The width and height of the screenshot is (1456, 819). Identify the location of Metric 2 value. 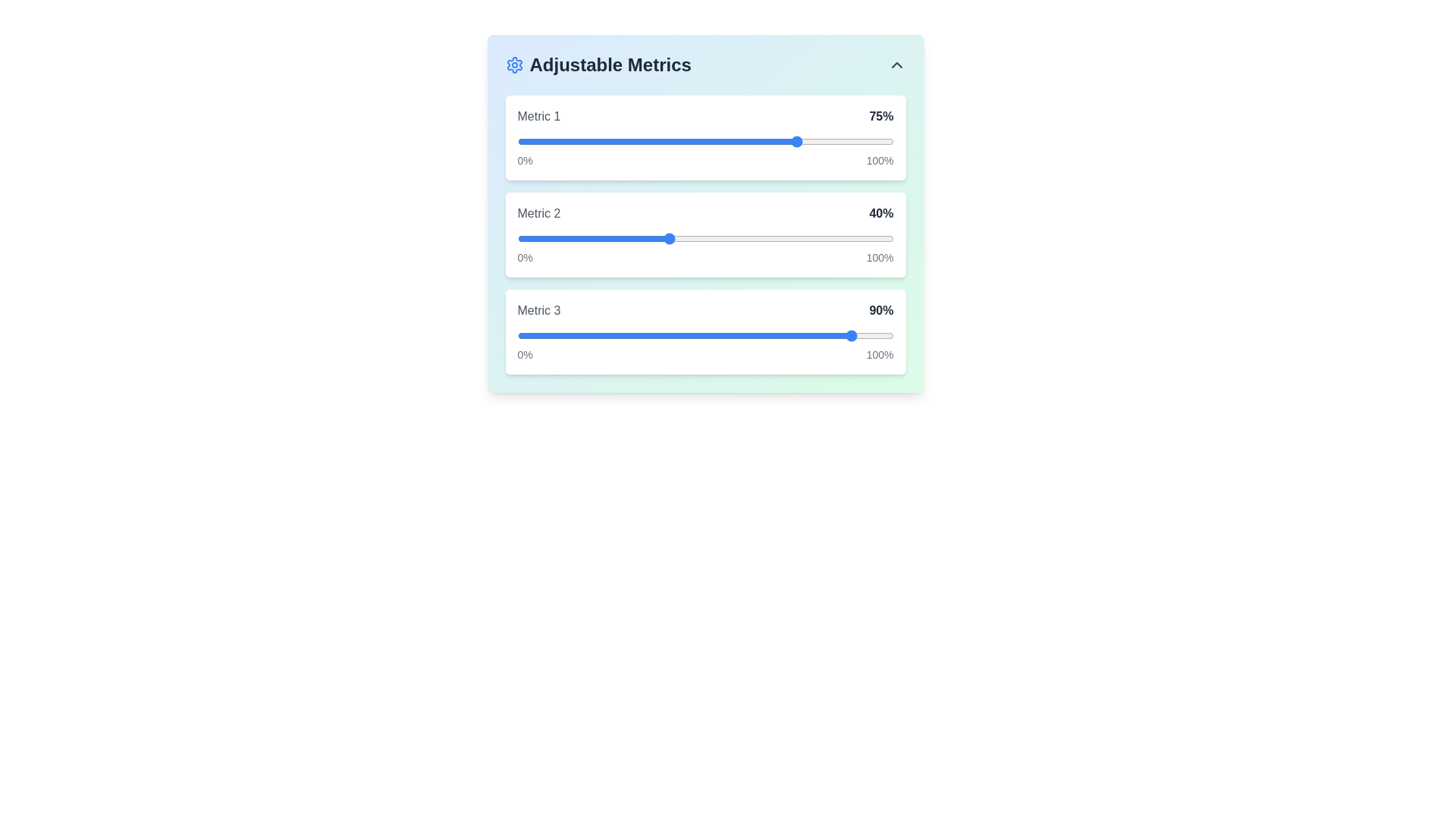
(780, 239).